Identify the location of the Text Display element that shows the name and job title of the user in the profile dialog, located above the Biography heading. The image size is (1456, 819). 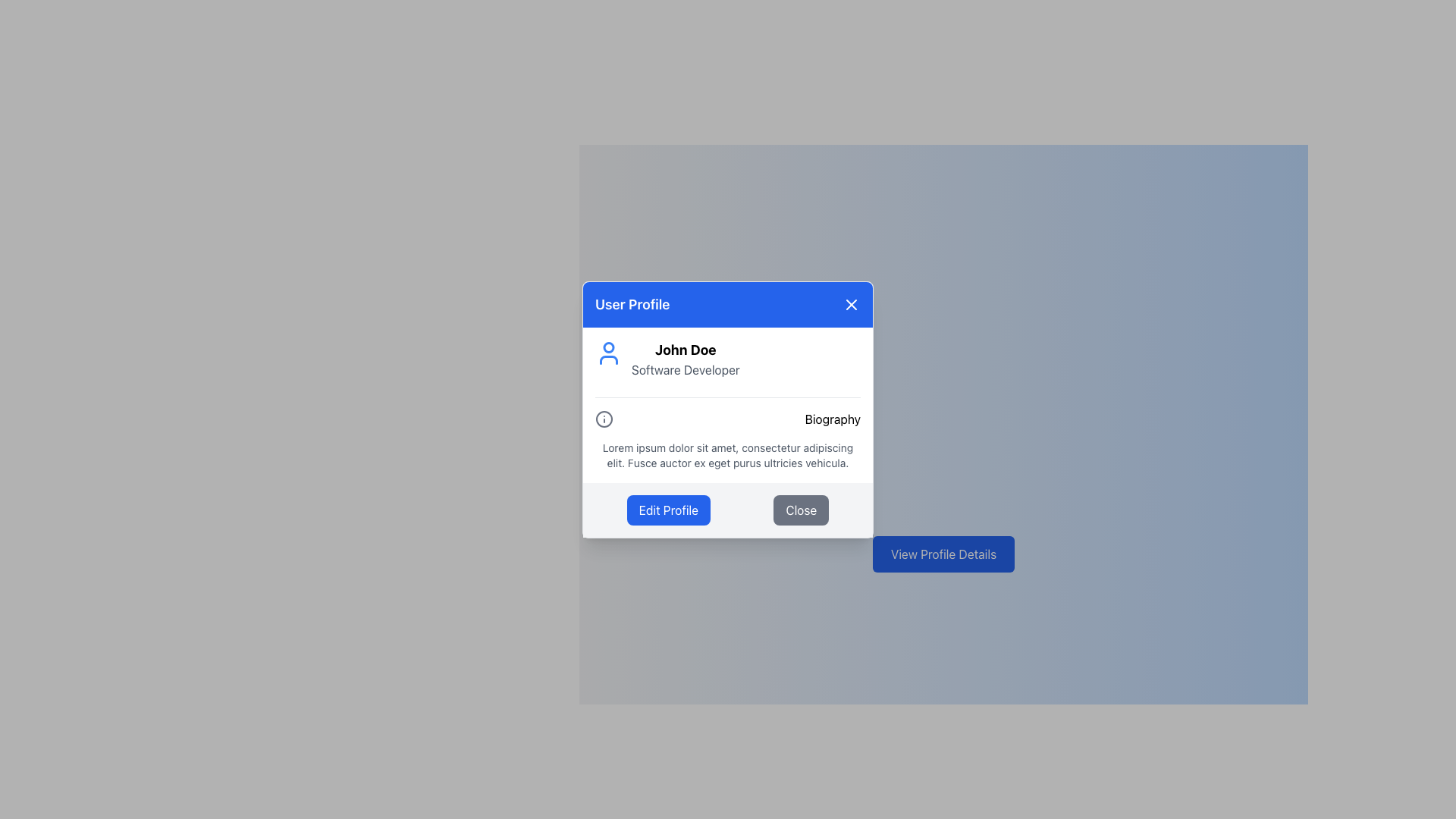
(685, 359).